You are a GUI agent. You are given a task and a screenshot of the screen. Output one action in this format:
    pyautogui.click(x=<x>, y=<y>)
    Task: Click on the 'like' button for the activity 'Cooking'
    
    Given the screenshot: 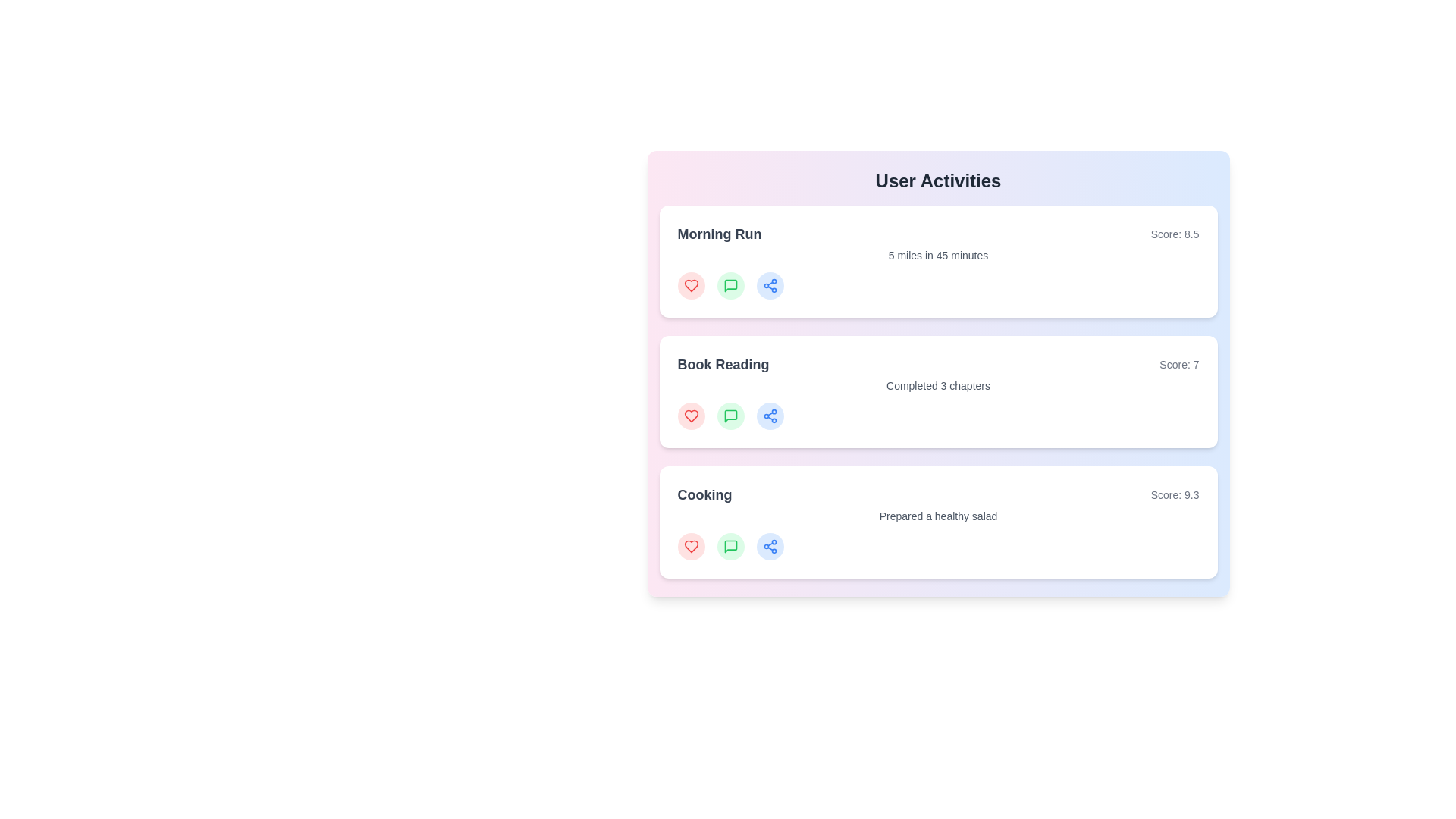 What is the action you would take?
    pyautogui.click(x=690, y=547)
    